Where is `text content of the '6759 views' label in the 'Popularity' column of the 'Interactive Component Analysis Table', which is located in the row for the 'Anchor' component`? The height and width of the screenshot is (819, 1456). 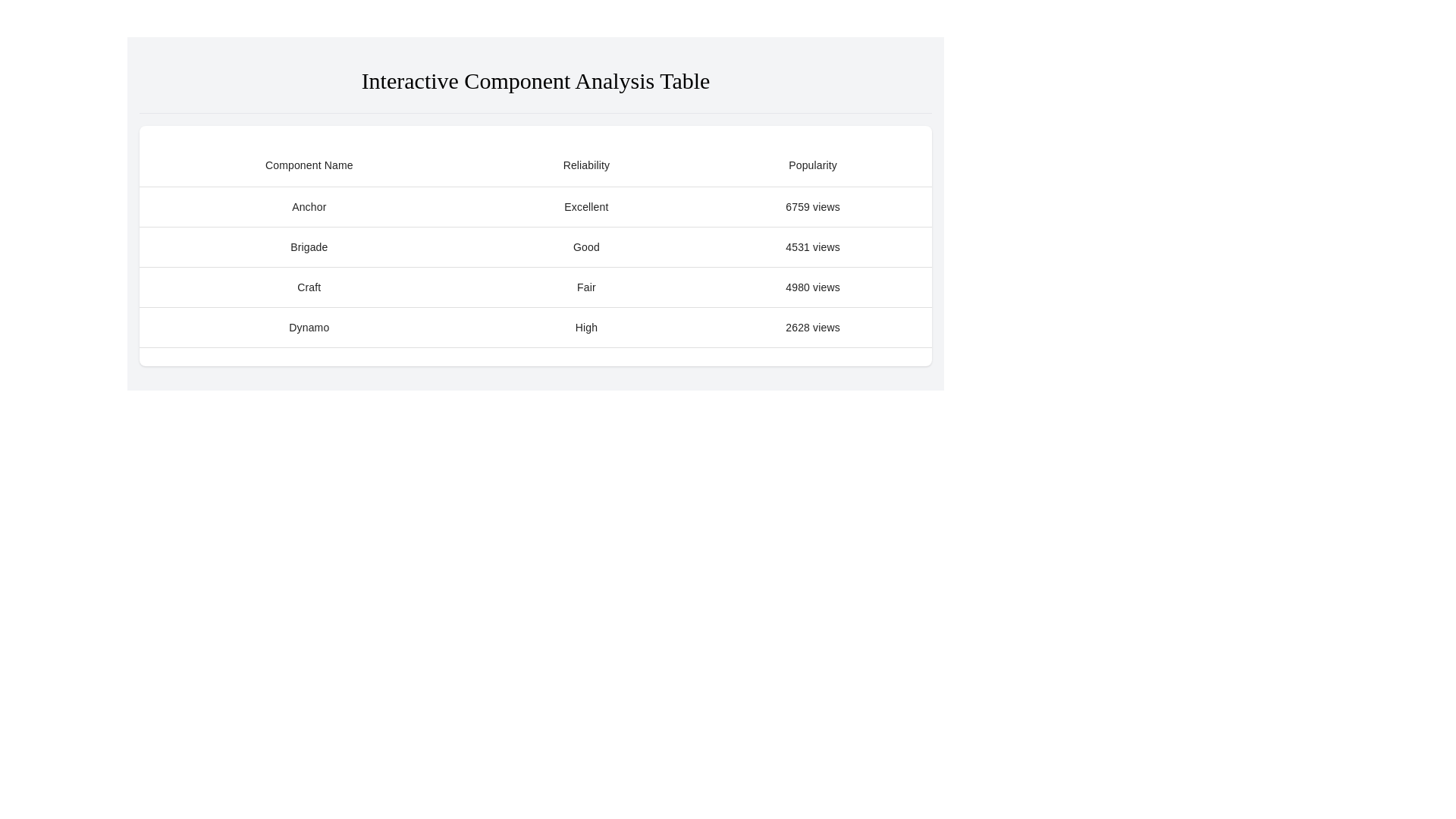 text content of the '6759 views' label in the 'Popularity' column of the 'Interactive Component Analysis Table', which is located in the row for the 'Anchor' component is located at coordinates (812, 207).